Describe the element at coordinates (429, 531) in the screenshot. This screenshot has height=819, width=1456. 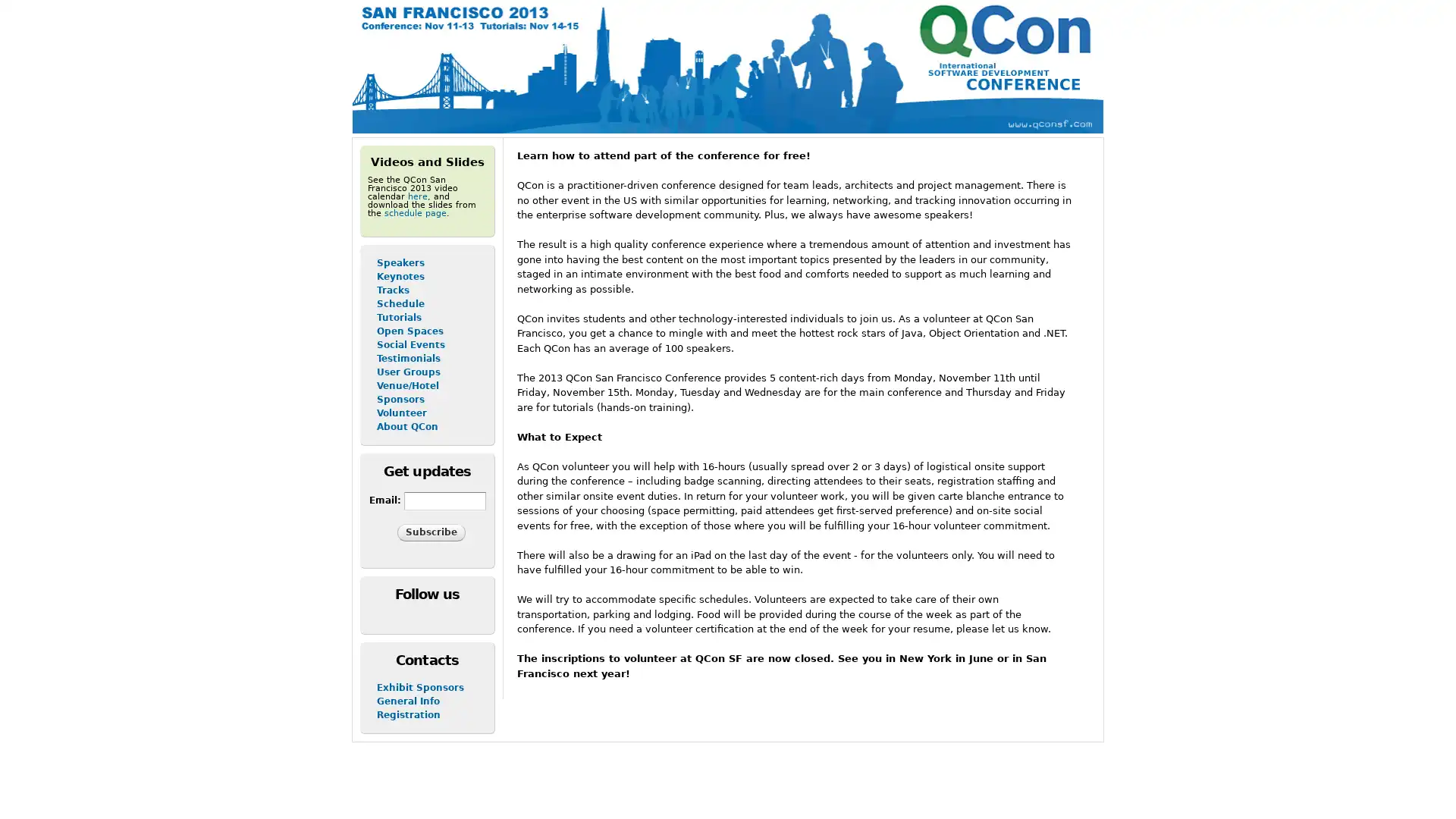
I see `Subscribe` at that location.